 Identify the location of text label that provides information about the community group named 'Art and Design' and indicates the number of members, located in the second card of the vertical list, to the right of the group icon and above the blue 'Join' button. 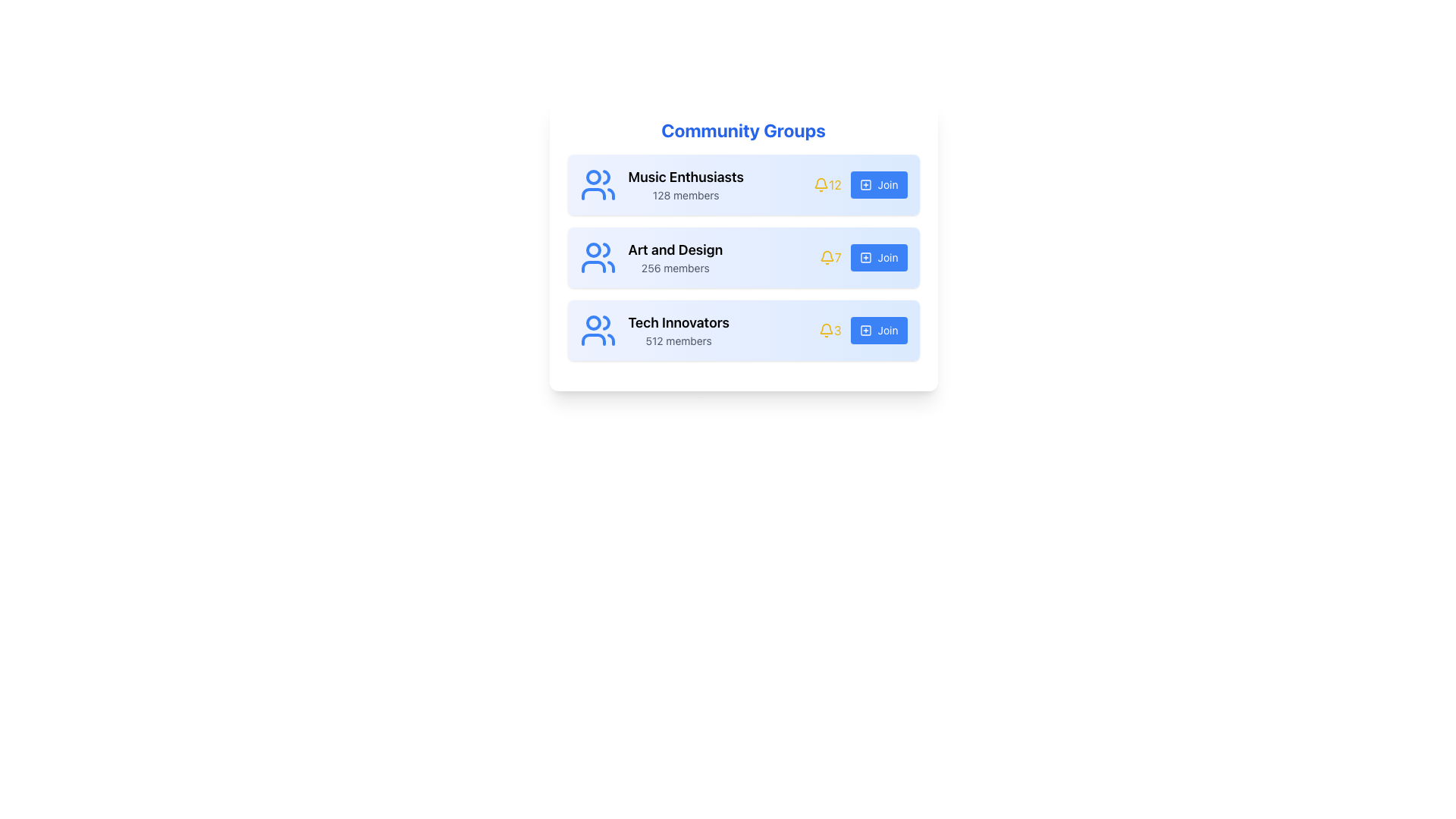
(674, 256).